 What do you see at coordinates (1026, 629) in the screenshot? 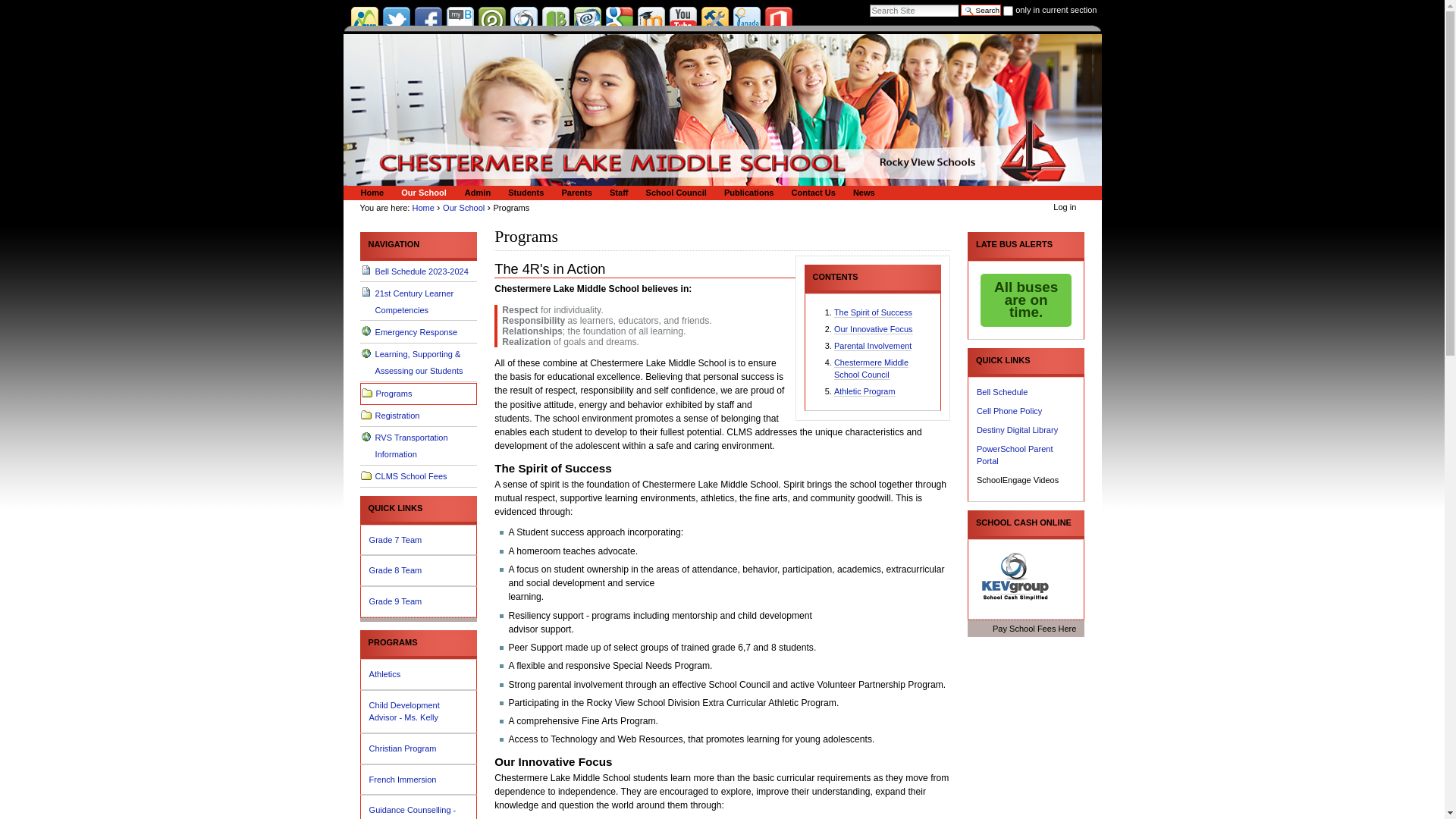
I see `'Pay School Fees Here'` at bounding box center [1026, 629].